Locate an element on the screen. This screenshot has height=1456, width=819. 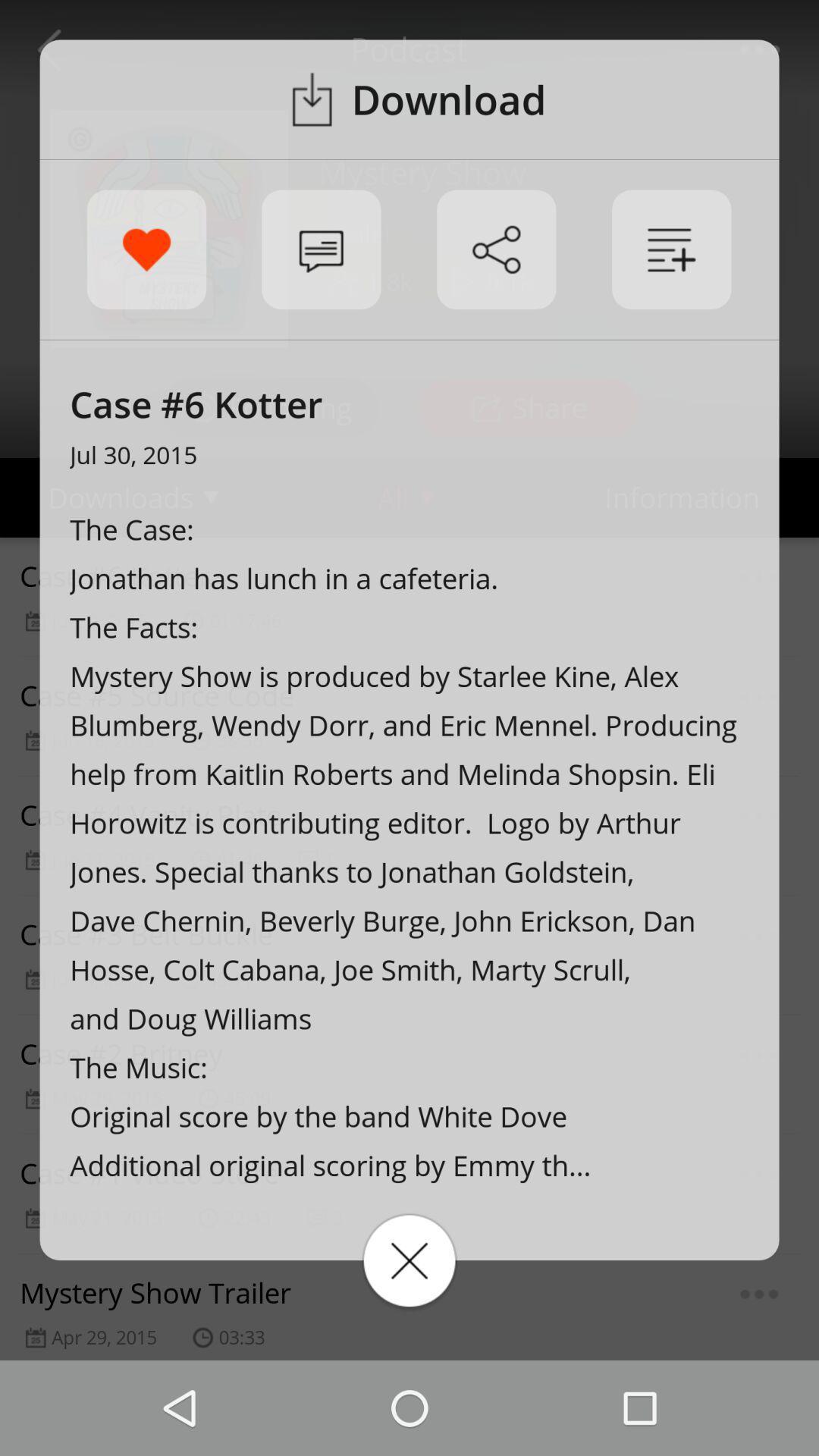
the chat icon is located at coordinates (320, 267).